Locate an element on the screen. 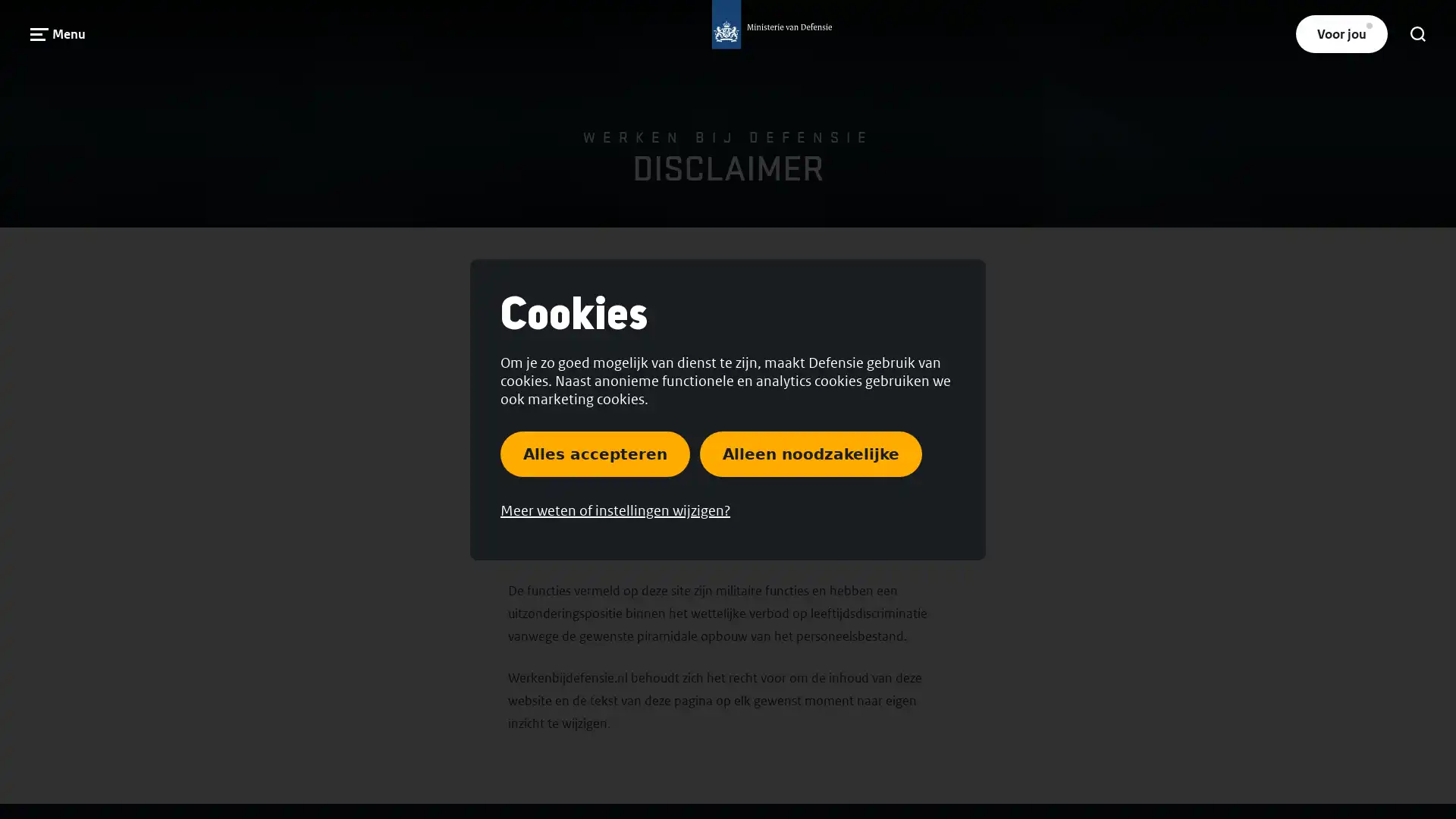 The height and width of the screenshot is (819, 1456). Zoeken openen is located at coordinates (1417, 34).